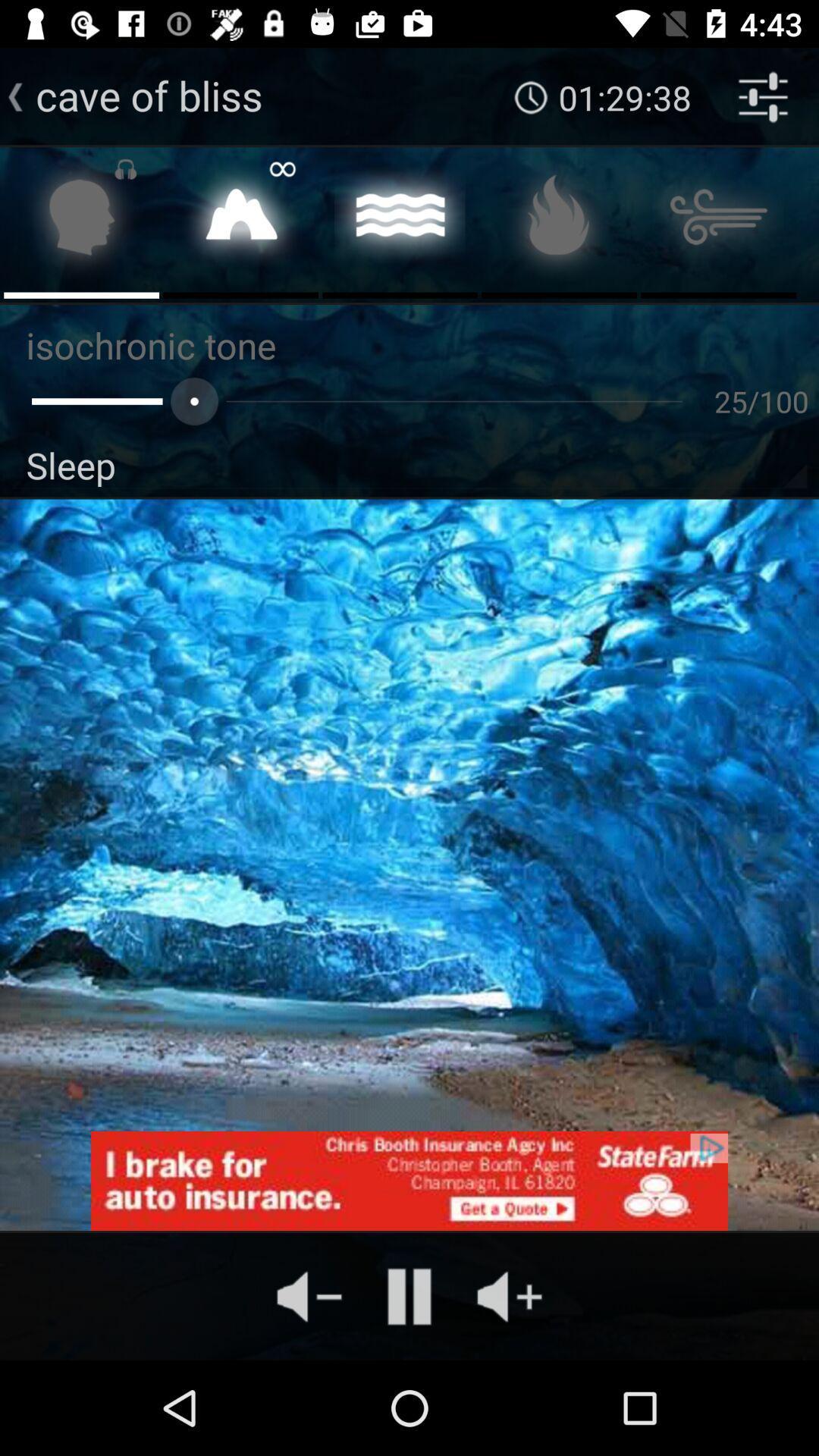 This screenshot has width=819, height=1456. What do you see at coordinates (309, 1295) in the screenshot?
I see `the volume icon` at bounding box center [309, 1295].